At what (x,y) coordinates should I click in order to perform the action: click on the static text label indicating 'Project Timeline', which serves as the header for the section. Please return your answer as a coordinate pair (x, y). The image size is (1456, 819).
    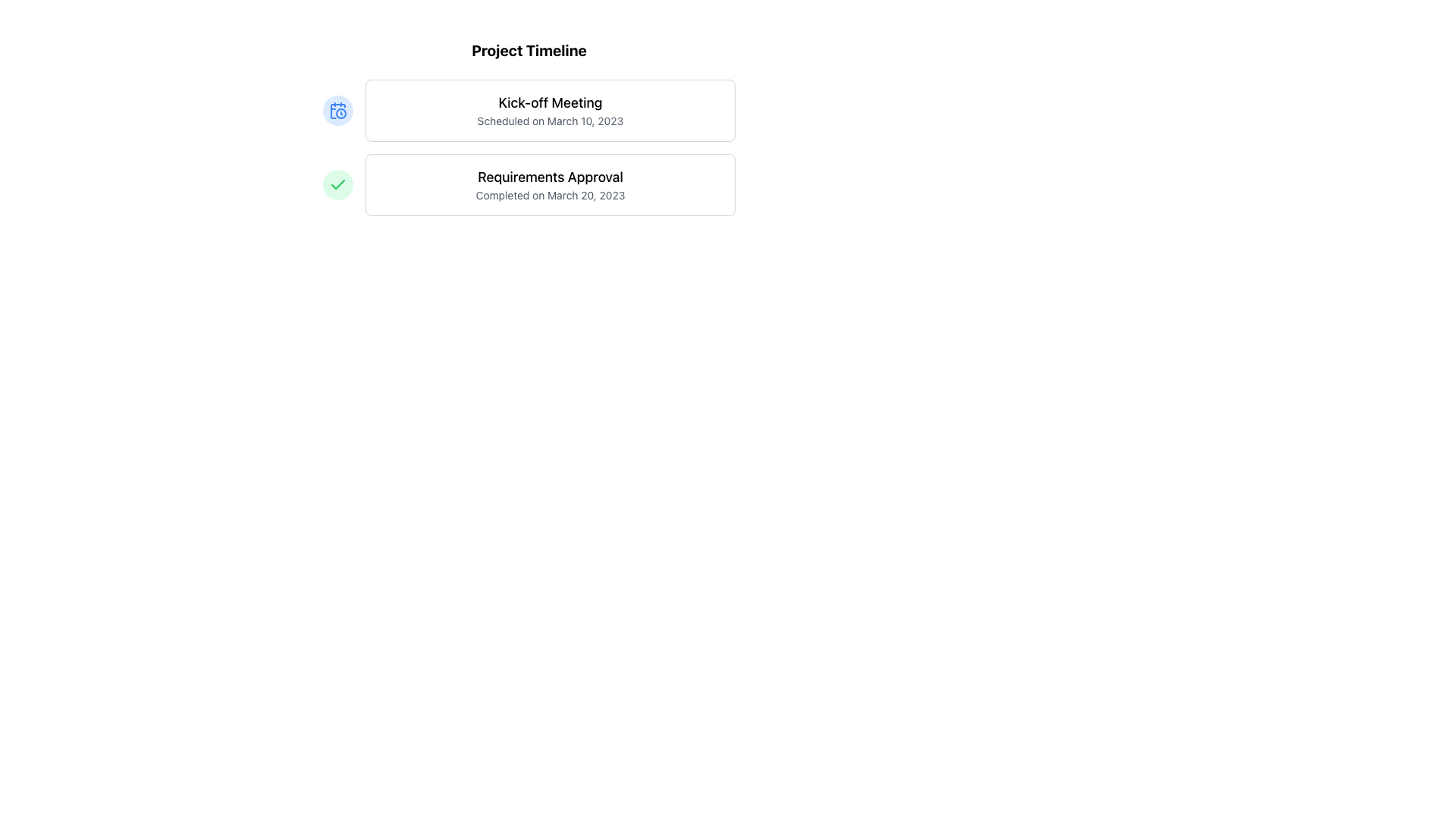
    Looking at the image, I should click on (529, 49).